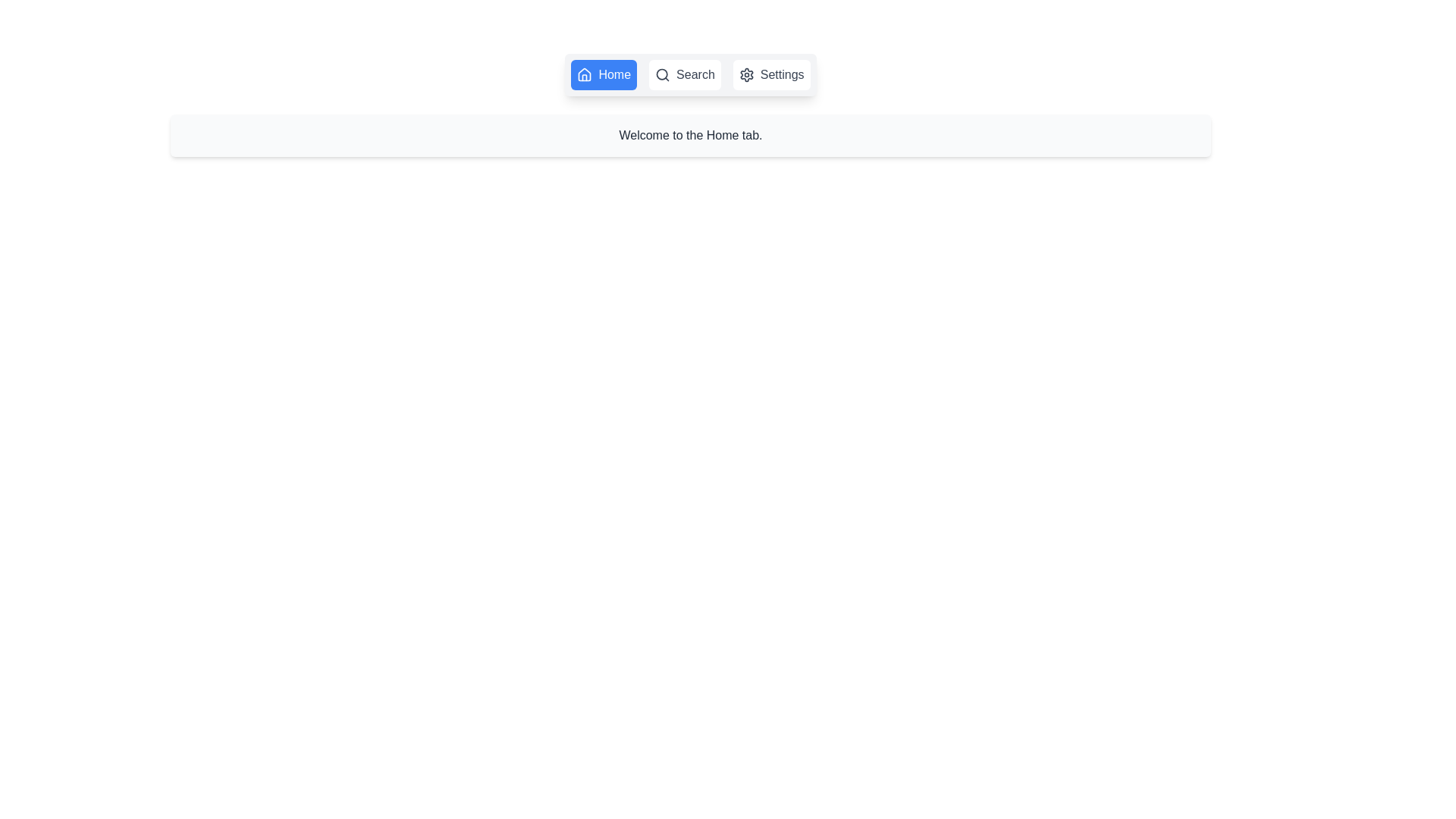 This screenshot has height=819, width=1456. I want to click on the magnifying glass icon representing the search function located in the navigation bar to initiate a search, so click(663, 75).